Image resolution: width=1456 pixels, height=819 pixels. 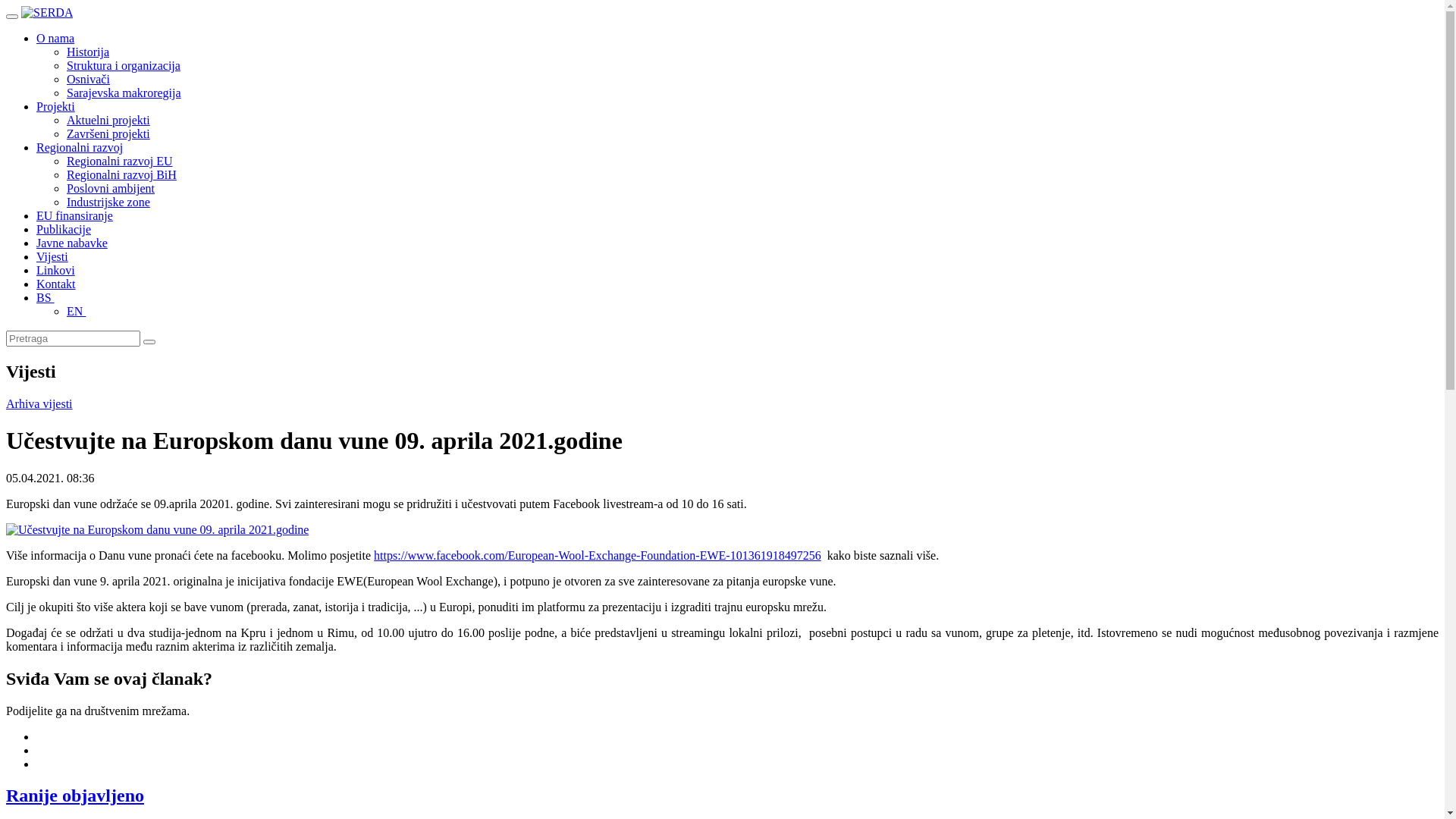 What do you see at coordinates (108, 119) in the screenshot?
I see `'Aktuelni projekti'` at bounding box center [108, 119].